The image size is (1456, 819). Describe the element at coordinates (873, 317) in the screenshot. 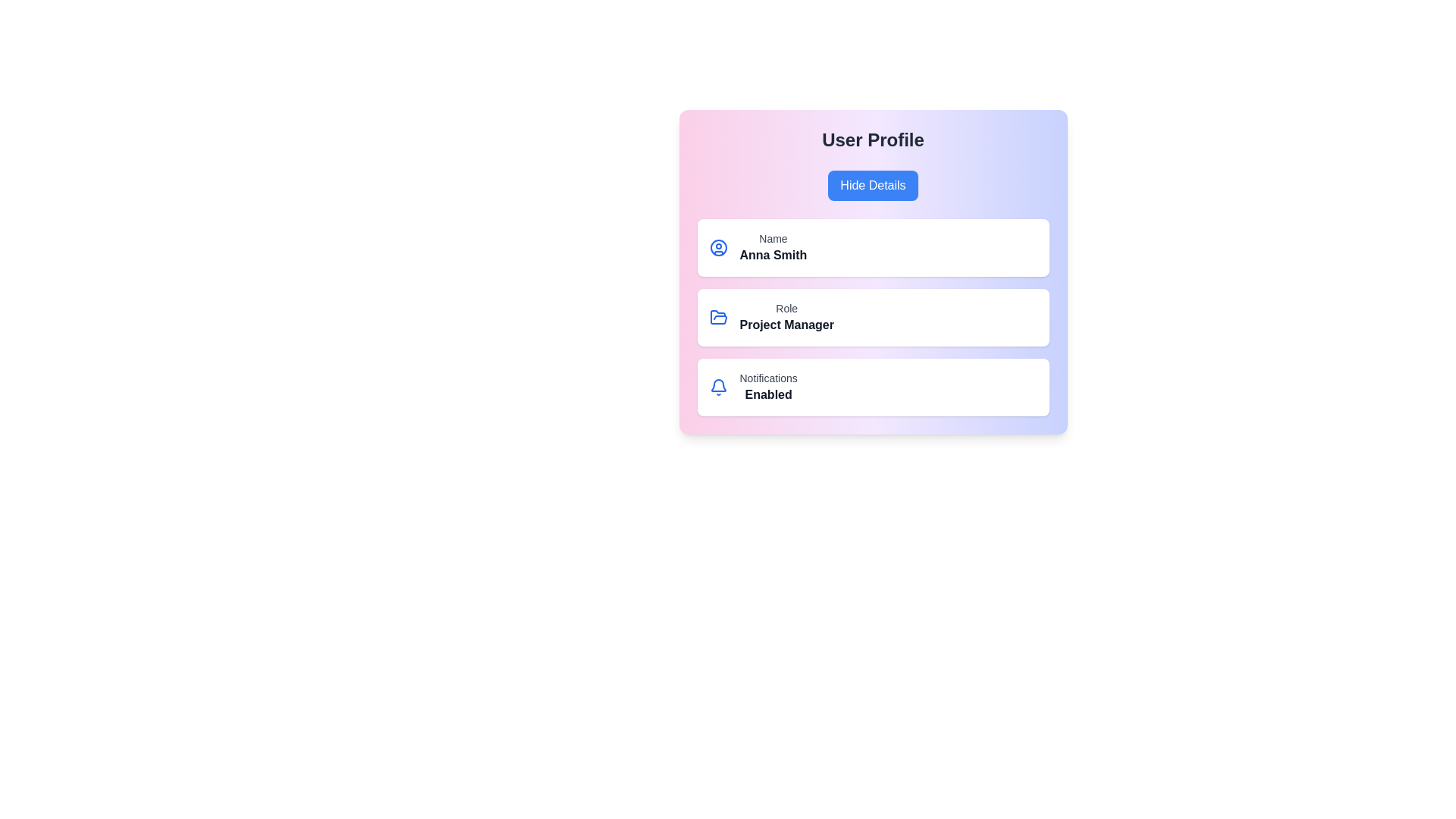

I see `the informational display card showing the user's role and job title 'Project Manager', which is positioned in the User Profile panel between 'Name' and 'Notifications'` at that location.